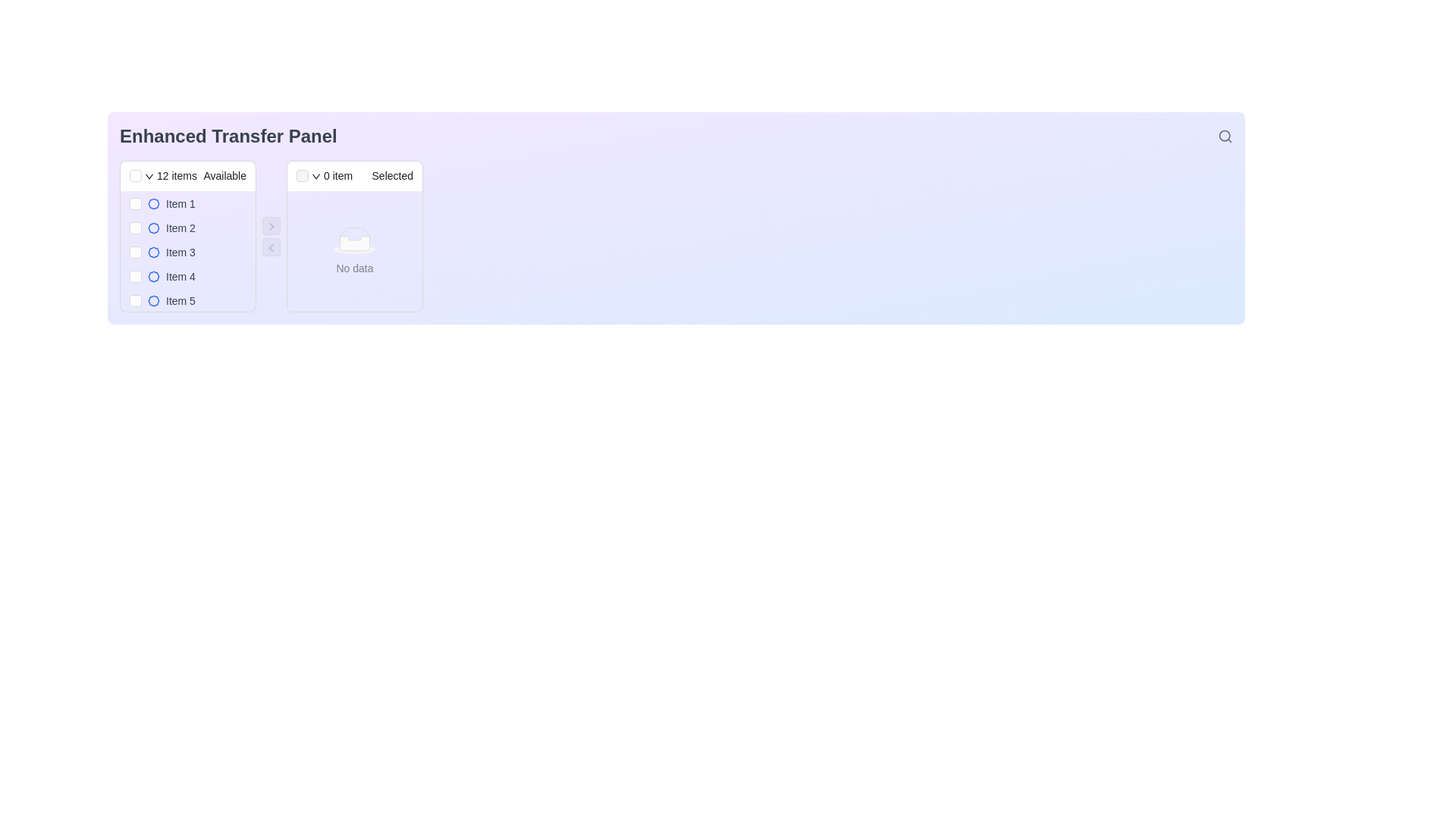  I want to click on the small rectangular placeholder element with a white background located in the middle-right section of the interface, specifically inside the 'Selected' items panel at the top center, so click(353, 242).